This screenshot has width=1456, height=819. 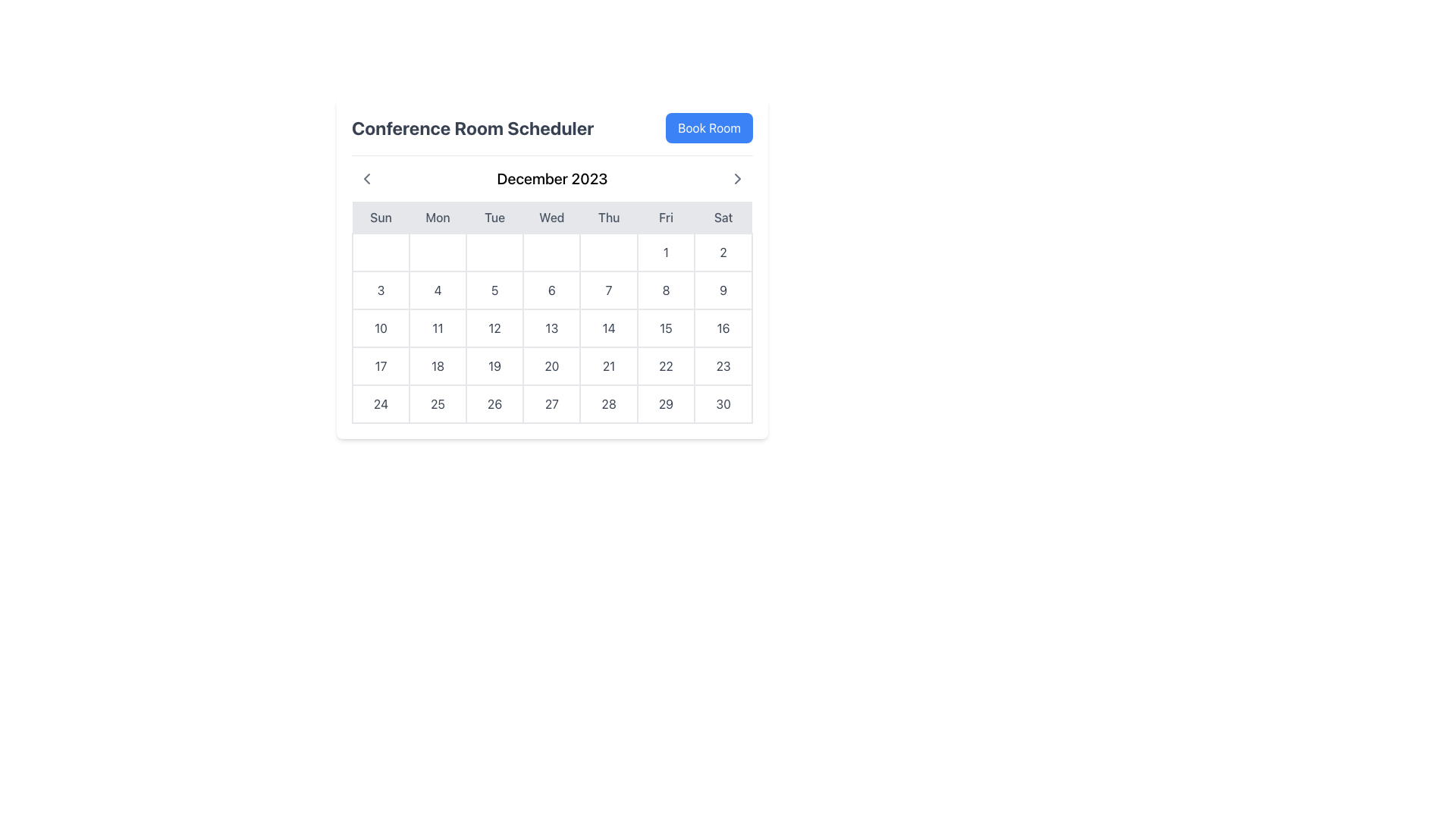 What do you see at coordinates (437, 290) in the screenshot?
I see `the calendar day cell representing the date '4', which is centrally located in its row of consecutive day cells in the calendar interface` at bounding box center [437, 290].